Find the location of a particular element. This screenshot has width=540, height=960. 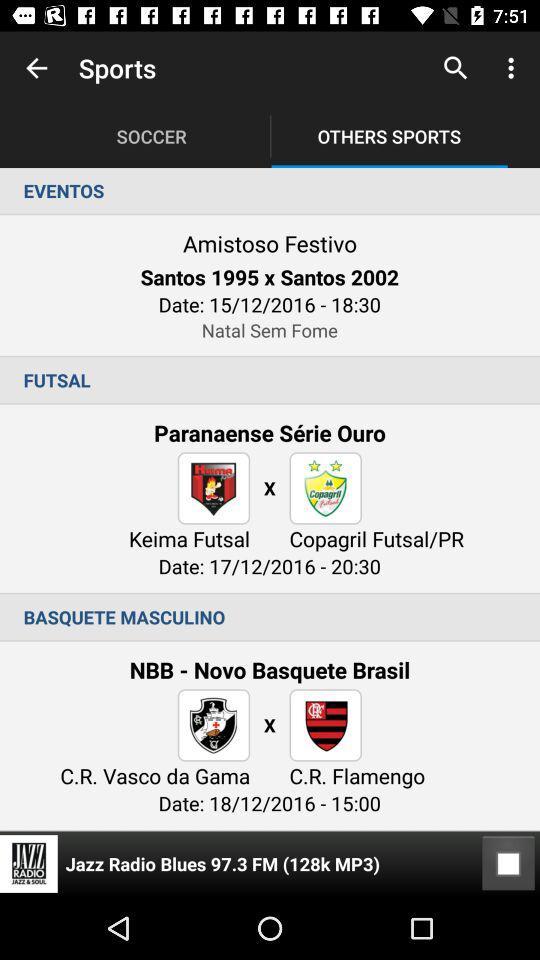

item next to jazz radio blues icon is located at coordinates (508, 863).